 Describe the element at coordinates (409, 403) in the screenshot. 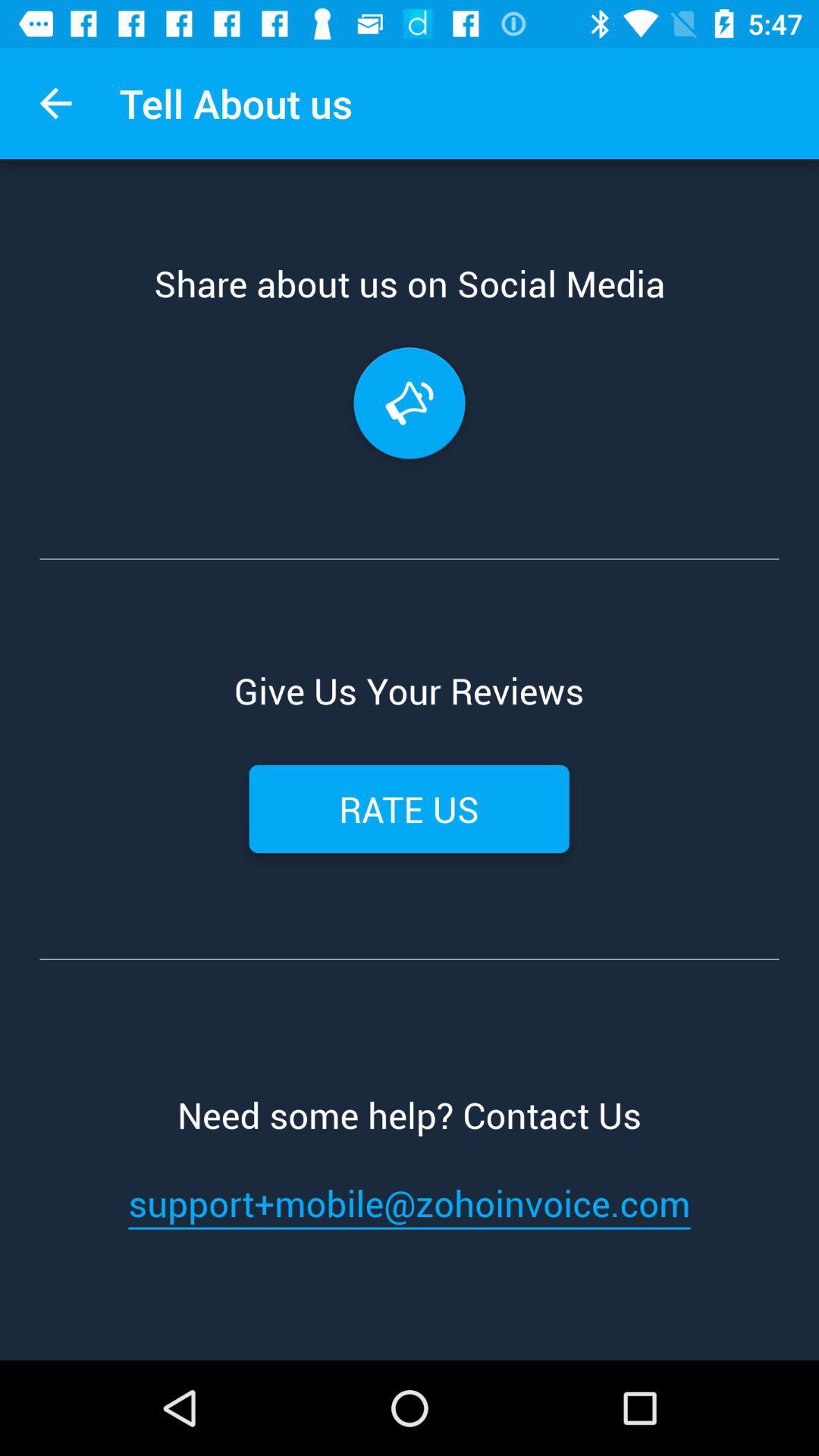

I see `the volume icon` at that location.